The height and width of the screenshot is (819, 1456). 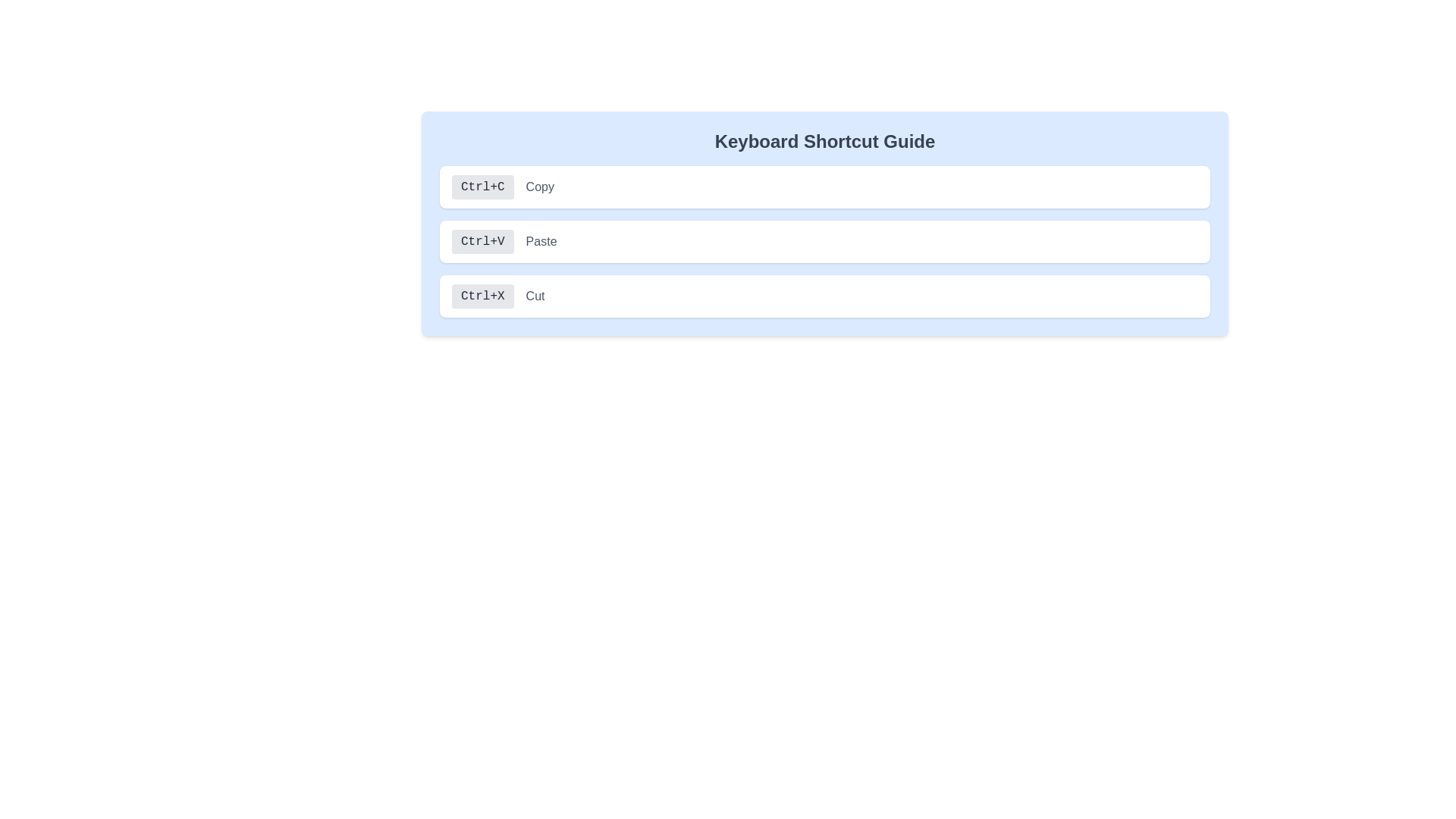 I want to click on the 'Cut' button with 'Ctrl+X' shortcut in the 'Keyboard Shortcut Guide' section, so click(x=824, y=296).